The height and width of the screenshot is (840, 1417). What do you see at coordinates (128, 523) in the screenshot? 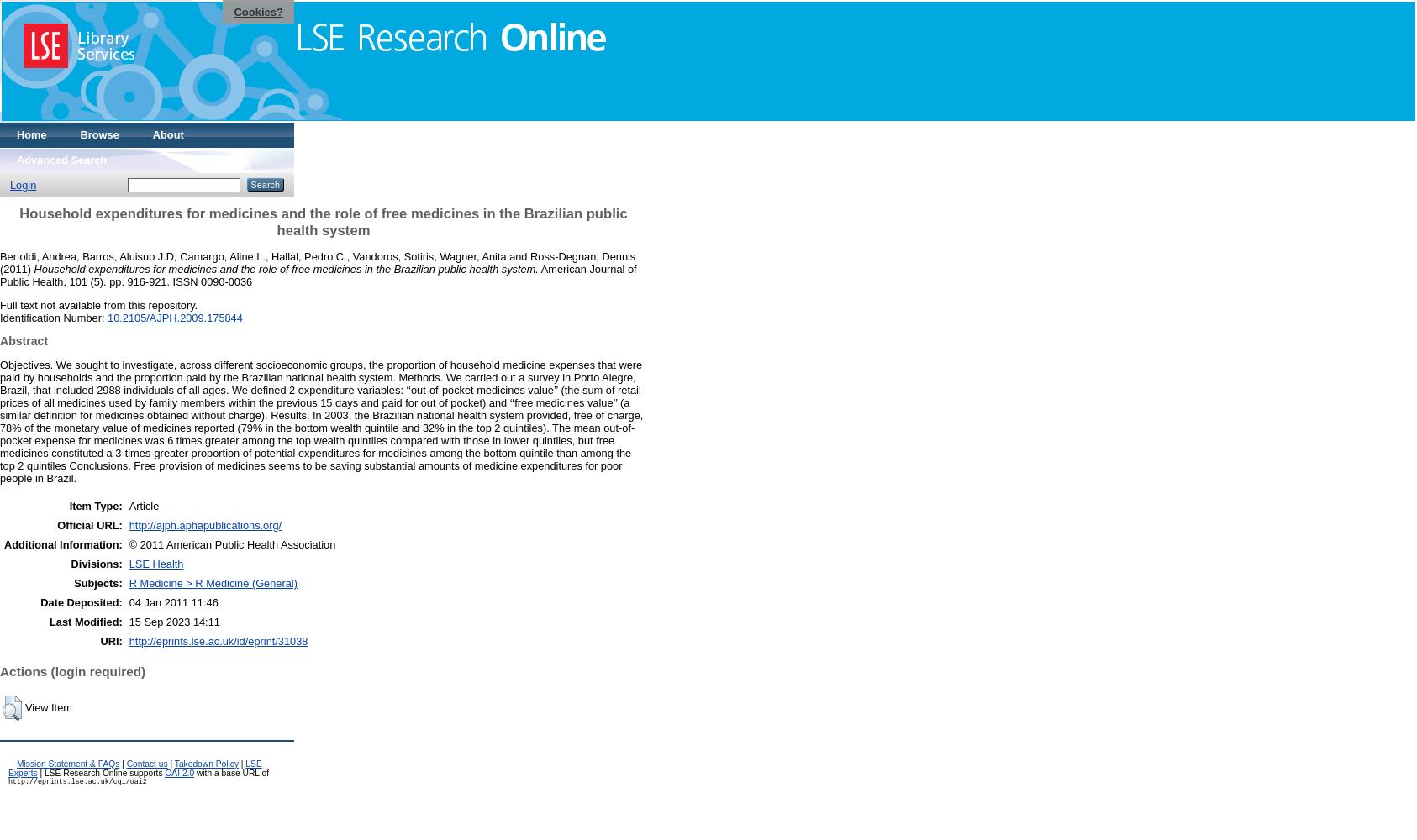
I see `'http://ajph.aphapublications.org/'` at bounding box center [128, 523].